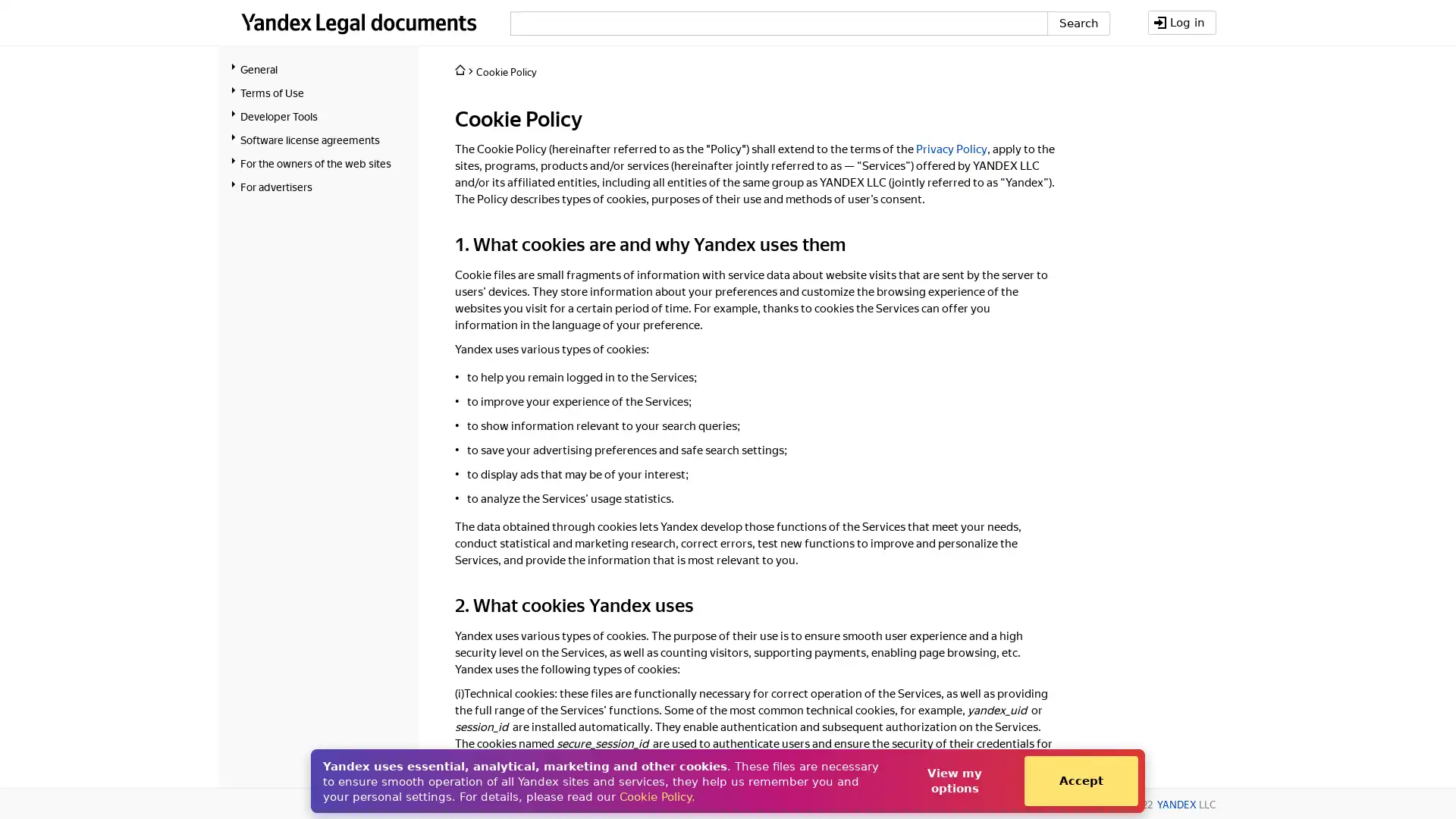  Describe the element at coordinates (318, 185) in the screenshot. I see `For advertisers` at that location.